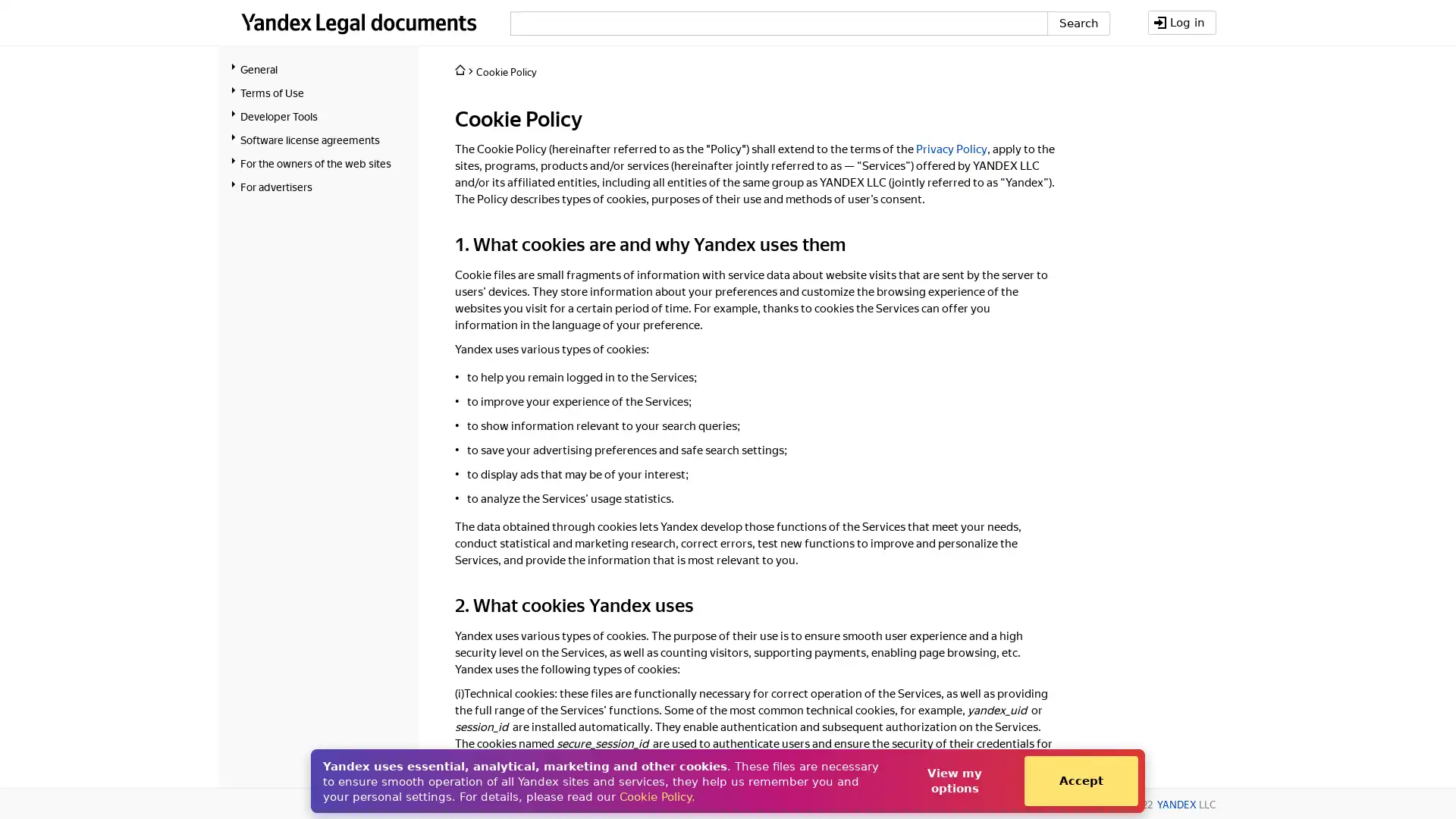  Describe the element at coordinates (318, 185) in the screenshot. I see `For advertisers` at that location.